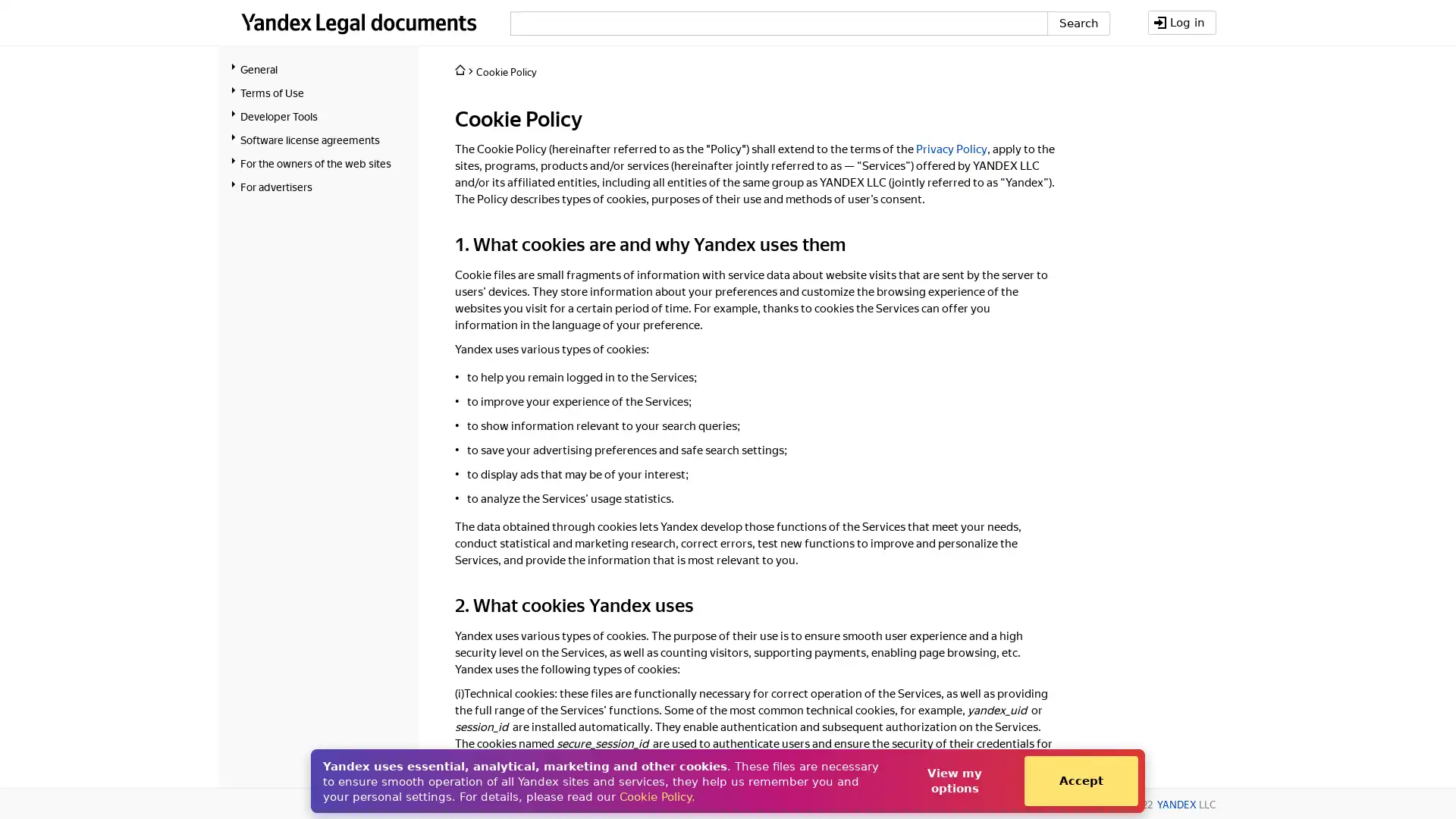  Describe the element at coordinates (318, 185) in the screenshot. I see `For advertisers` at that location.